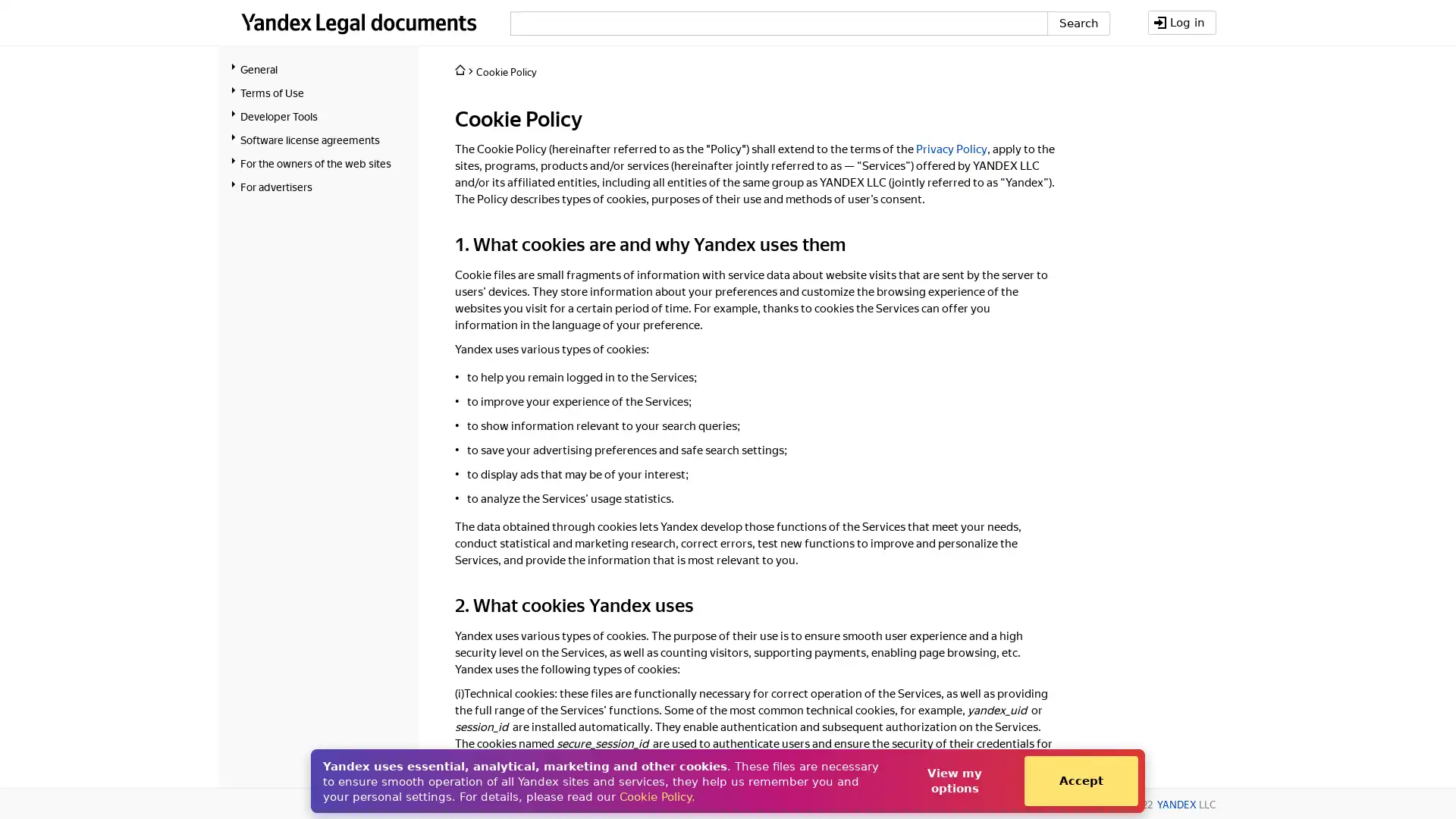  Describe the element at coordinates (318, 185) in the screenshot. I see `For advertisers` at that location.